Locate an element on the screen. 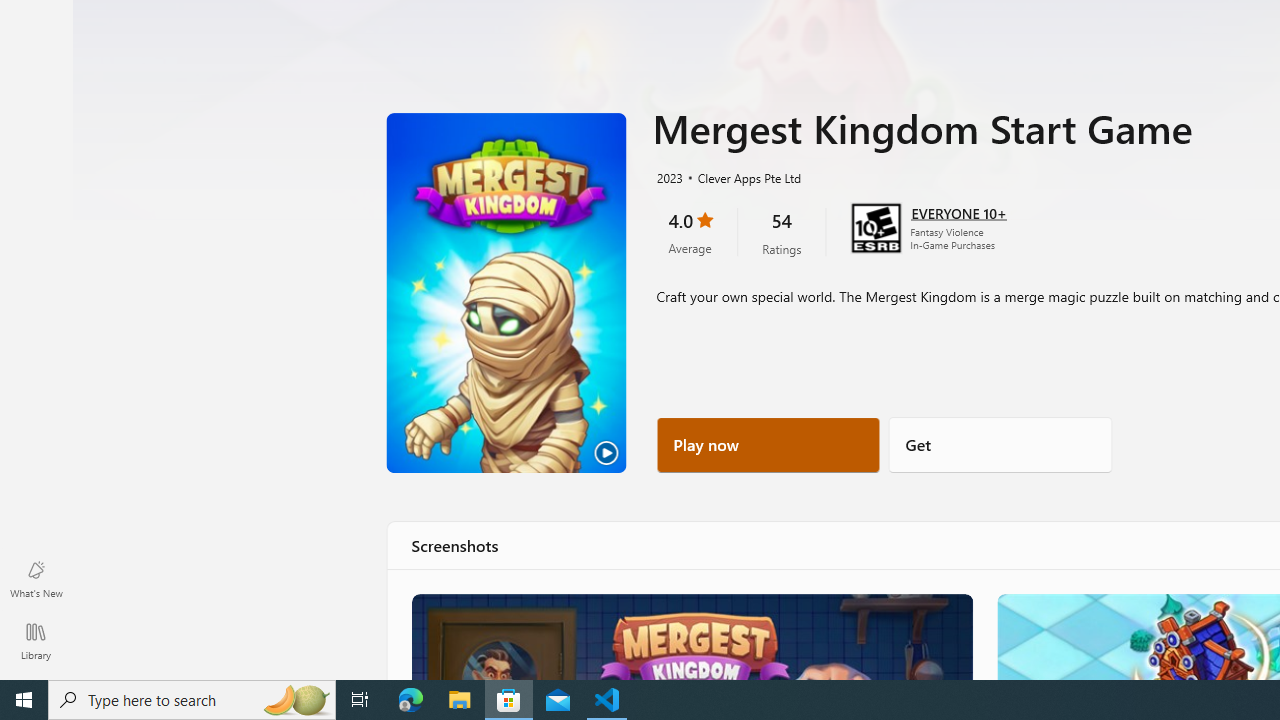 The image size is (1280, 720). 'Merge the way you want!' is located at coordinates (691, 636).